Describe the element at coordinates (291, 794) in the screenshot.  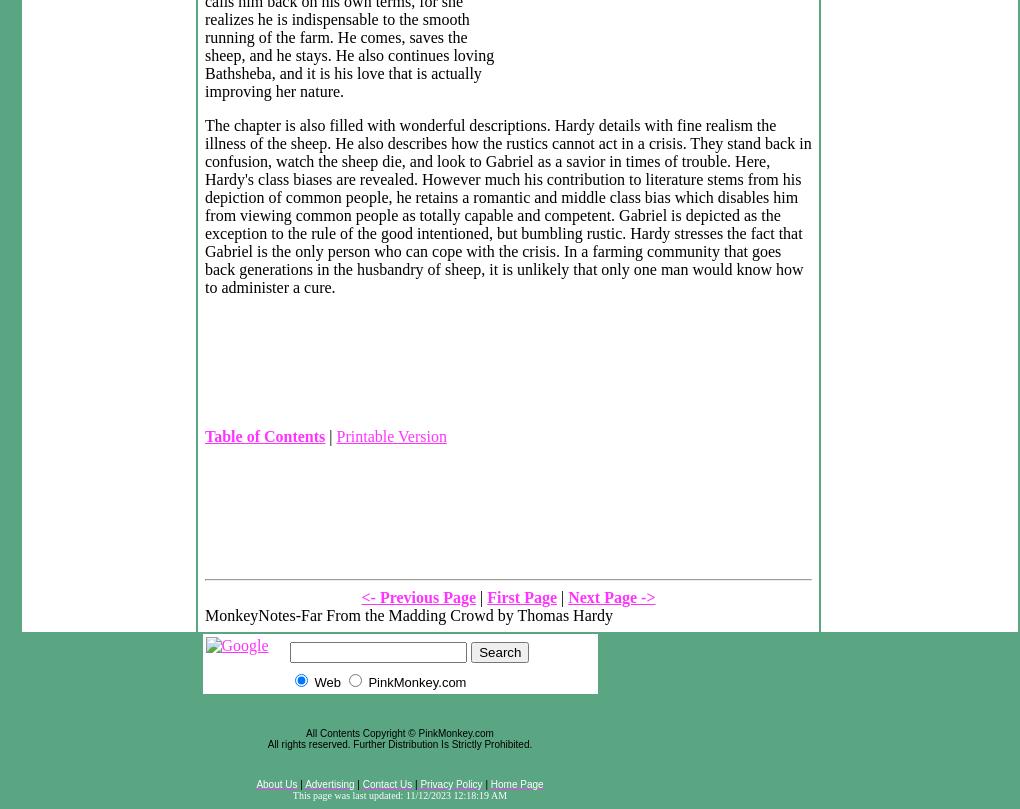
I see `'This page was last updated: 11/12/2023 12:18:19 AM'` at that location.